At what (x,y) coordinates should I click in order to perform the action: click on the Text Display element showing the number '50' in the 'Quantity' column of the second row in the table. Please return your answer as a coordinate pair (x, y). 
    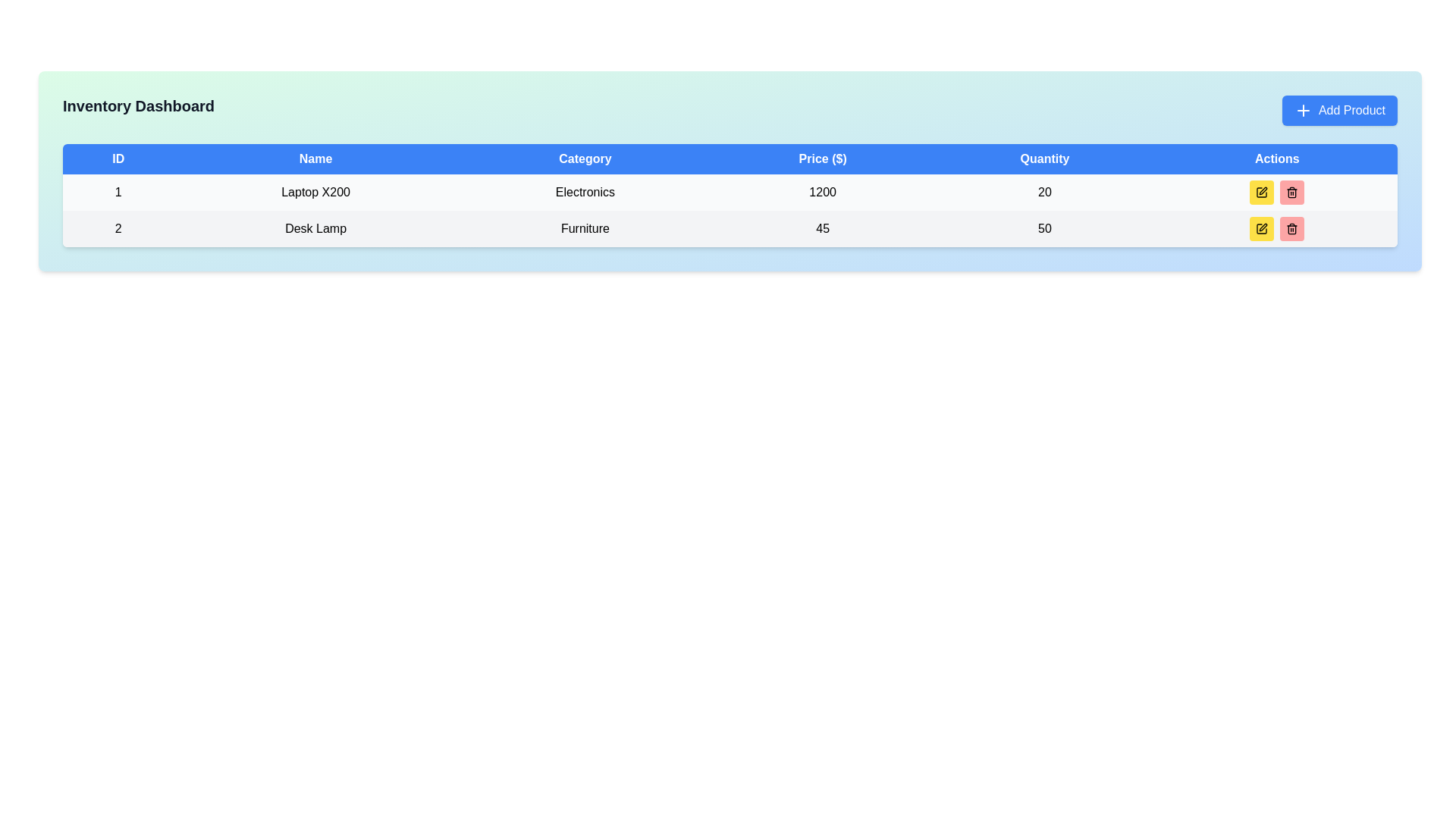
    Looking at the image, I should click on (1043, 228).